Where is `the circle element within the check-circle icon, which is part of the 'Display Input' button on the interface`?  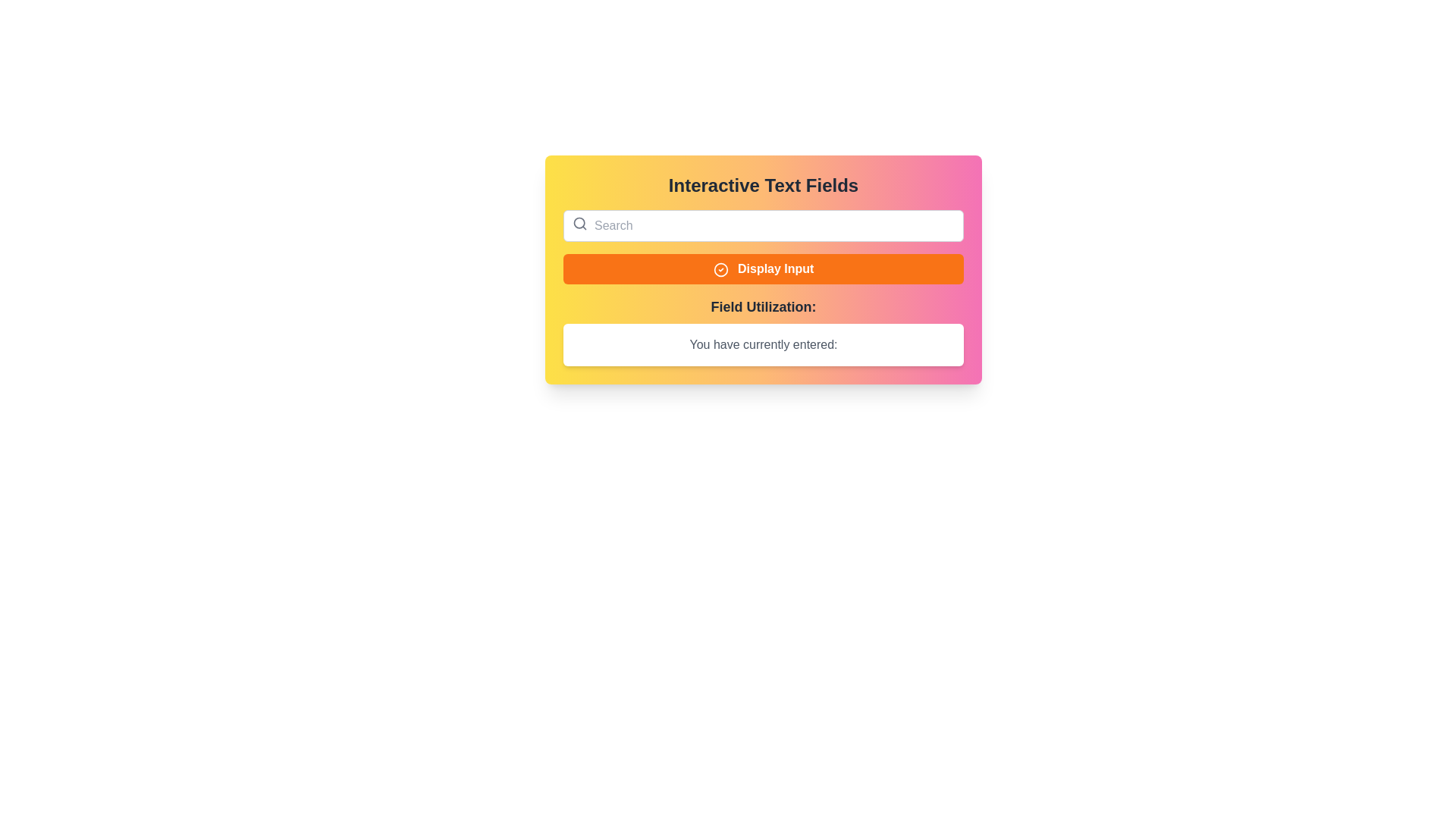 the circle element within the check-circle icon, which is part of the 'Display Input' button on the interface is located at coordinates (720, 268).